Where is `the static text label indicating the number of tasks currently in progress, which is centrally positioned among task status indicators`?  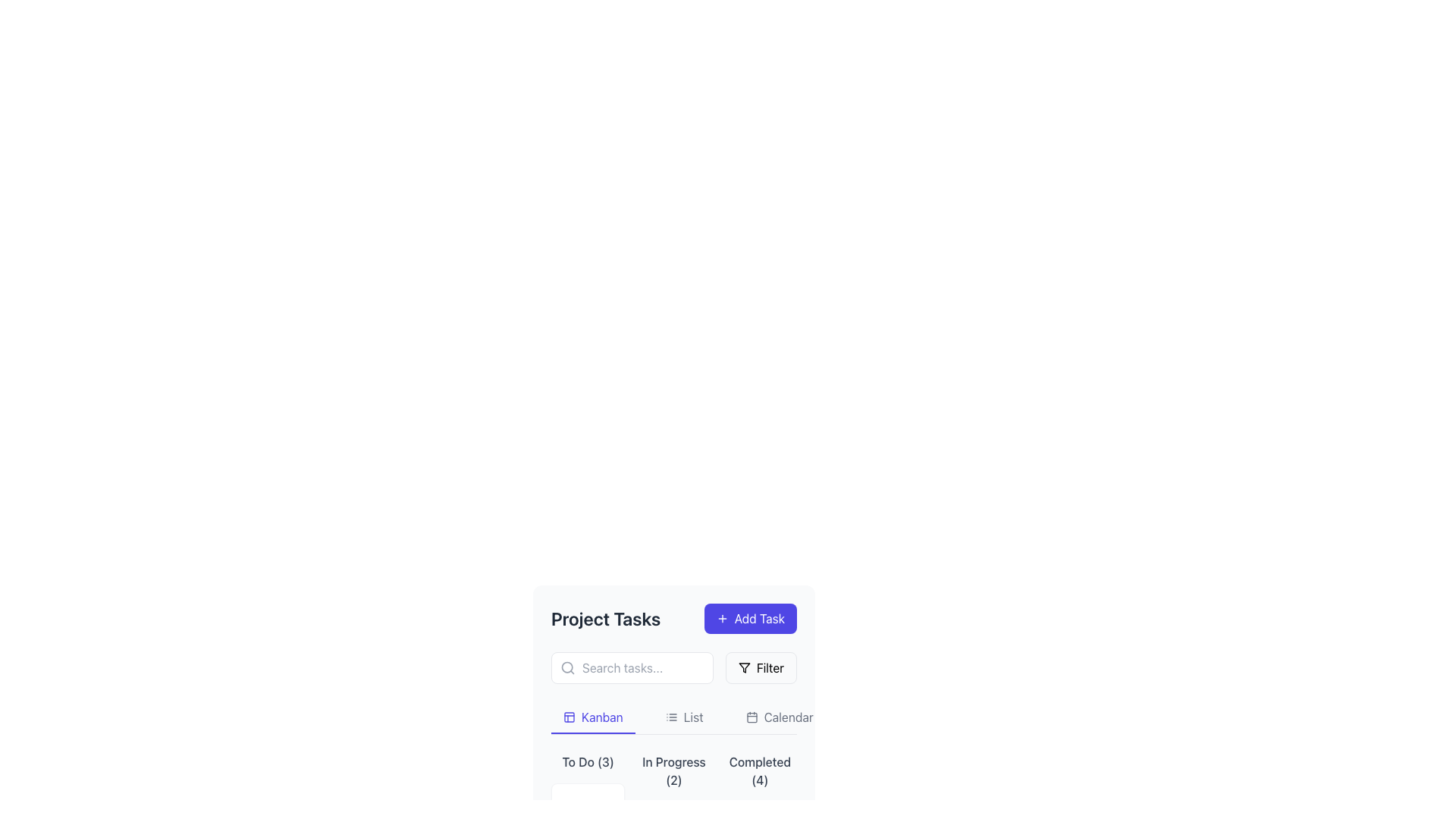
the static text label indicating the number of tasks currently in progress, which is centrally positioned among task status indicators is located at coordinates (673, 771).